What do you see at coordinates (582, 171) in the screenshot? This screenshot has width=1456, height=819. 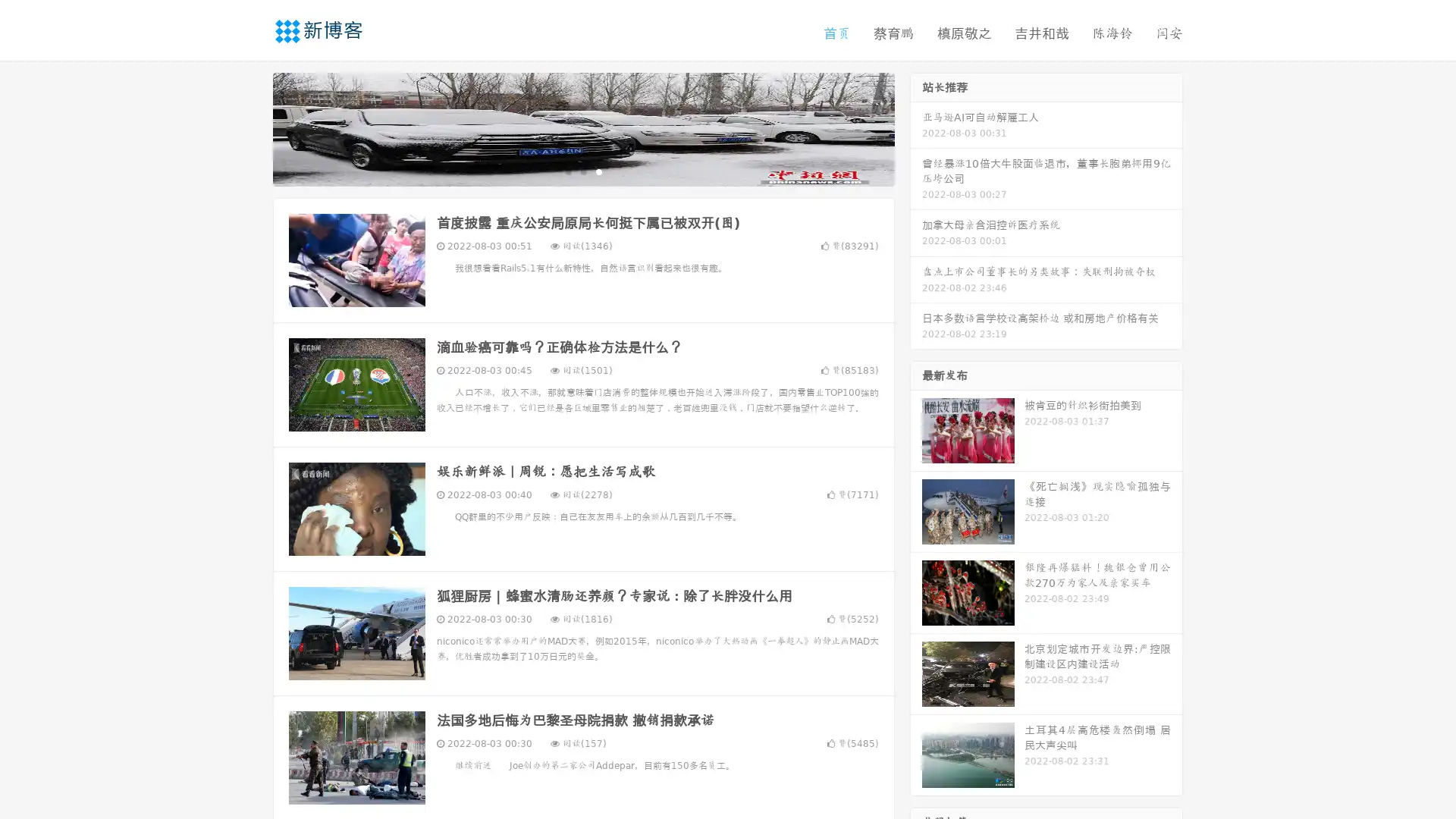 I see `Go to slide 2` at bounding box center [582, 171].